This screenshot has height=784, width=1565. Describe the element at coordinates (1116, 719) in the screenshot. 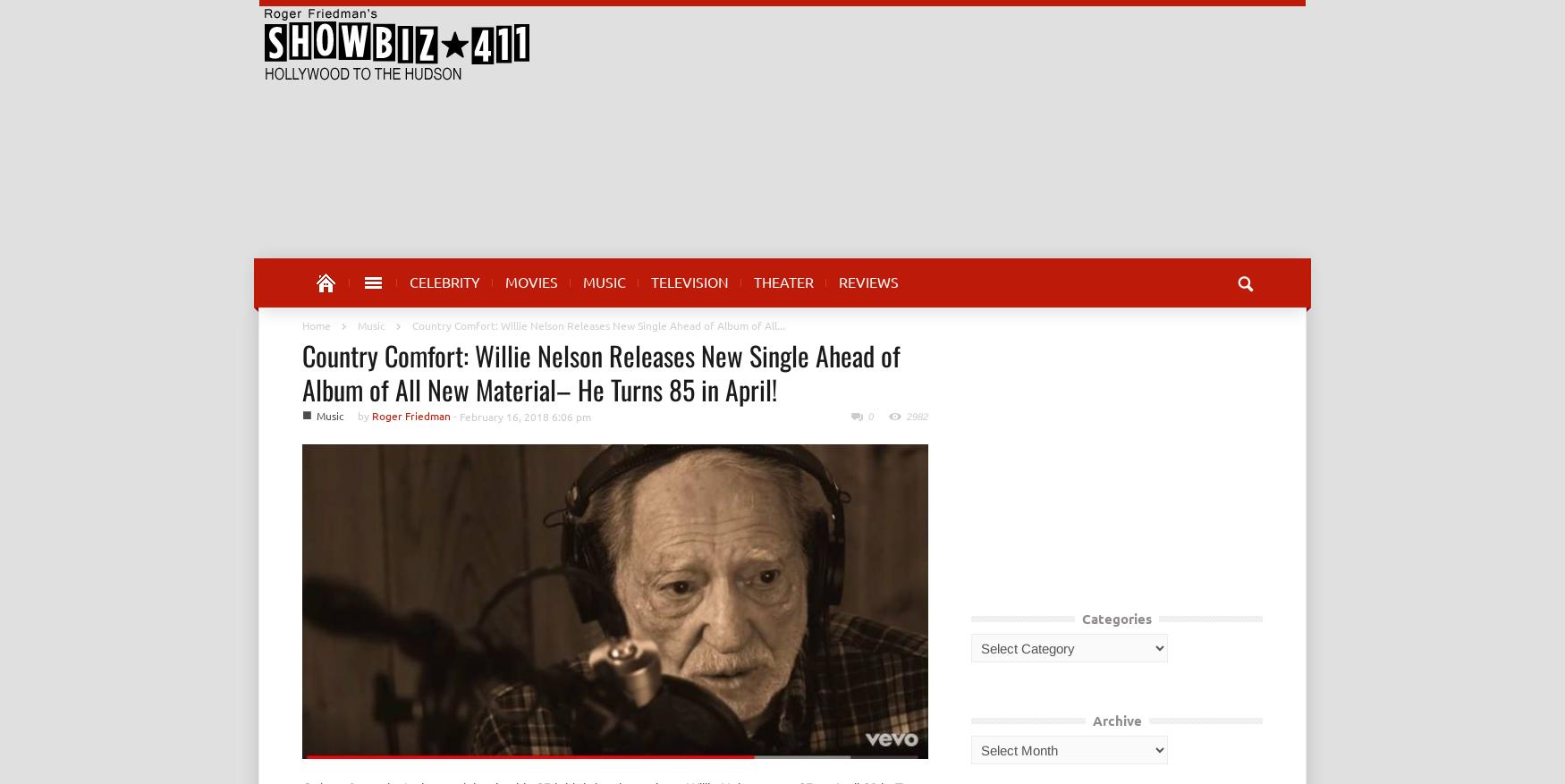

I see `'Archive'` at that location.